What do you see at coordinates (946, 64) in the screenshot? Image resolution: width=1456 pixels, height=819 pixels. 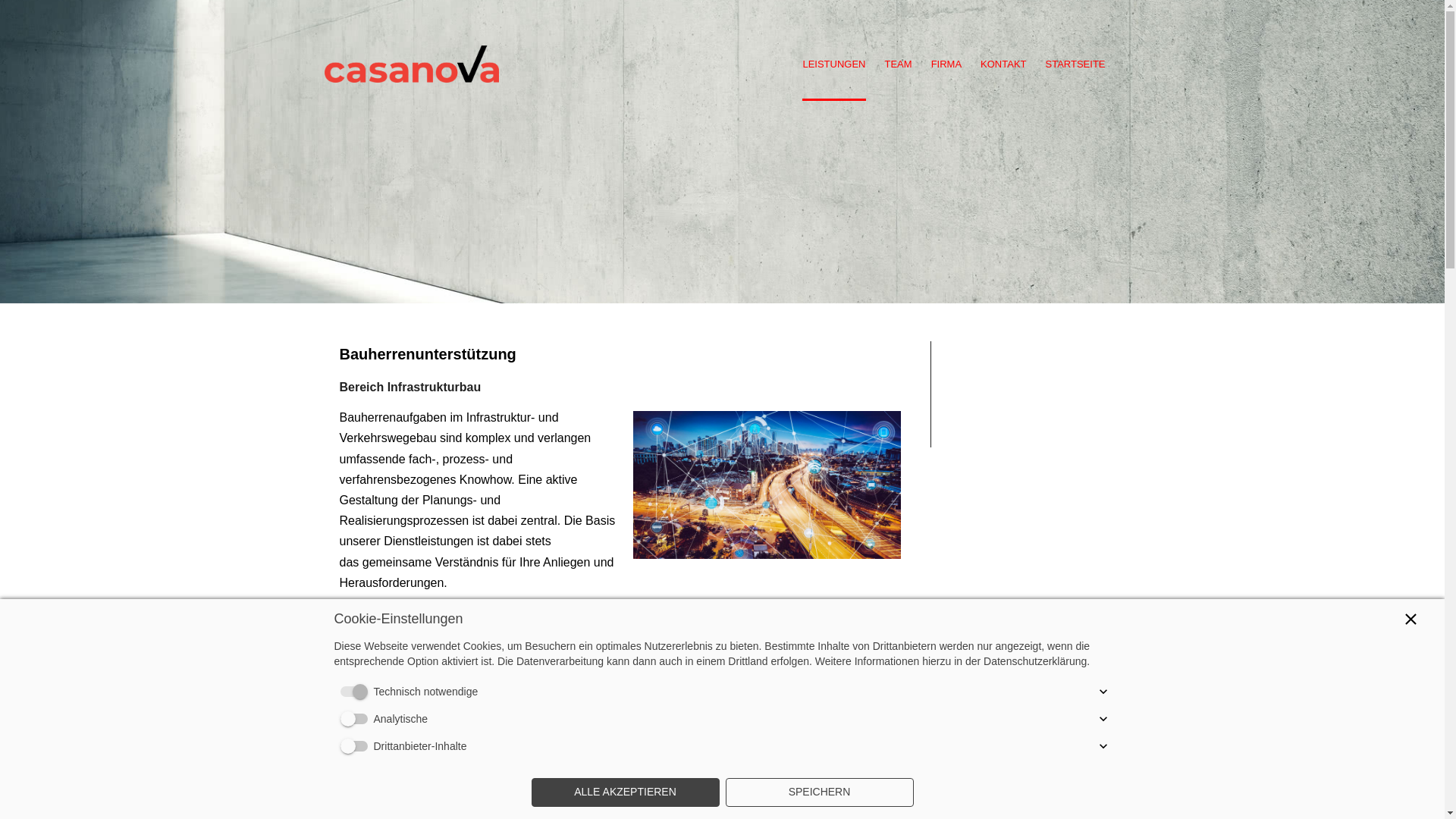 I see `'FIRMA'` at bounding box center [946, 64].